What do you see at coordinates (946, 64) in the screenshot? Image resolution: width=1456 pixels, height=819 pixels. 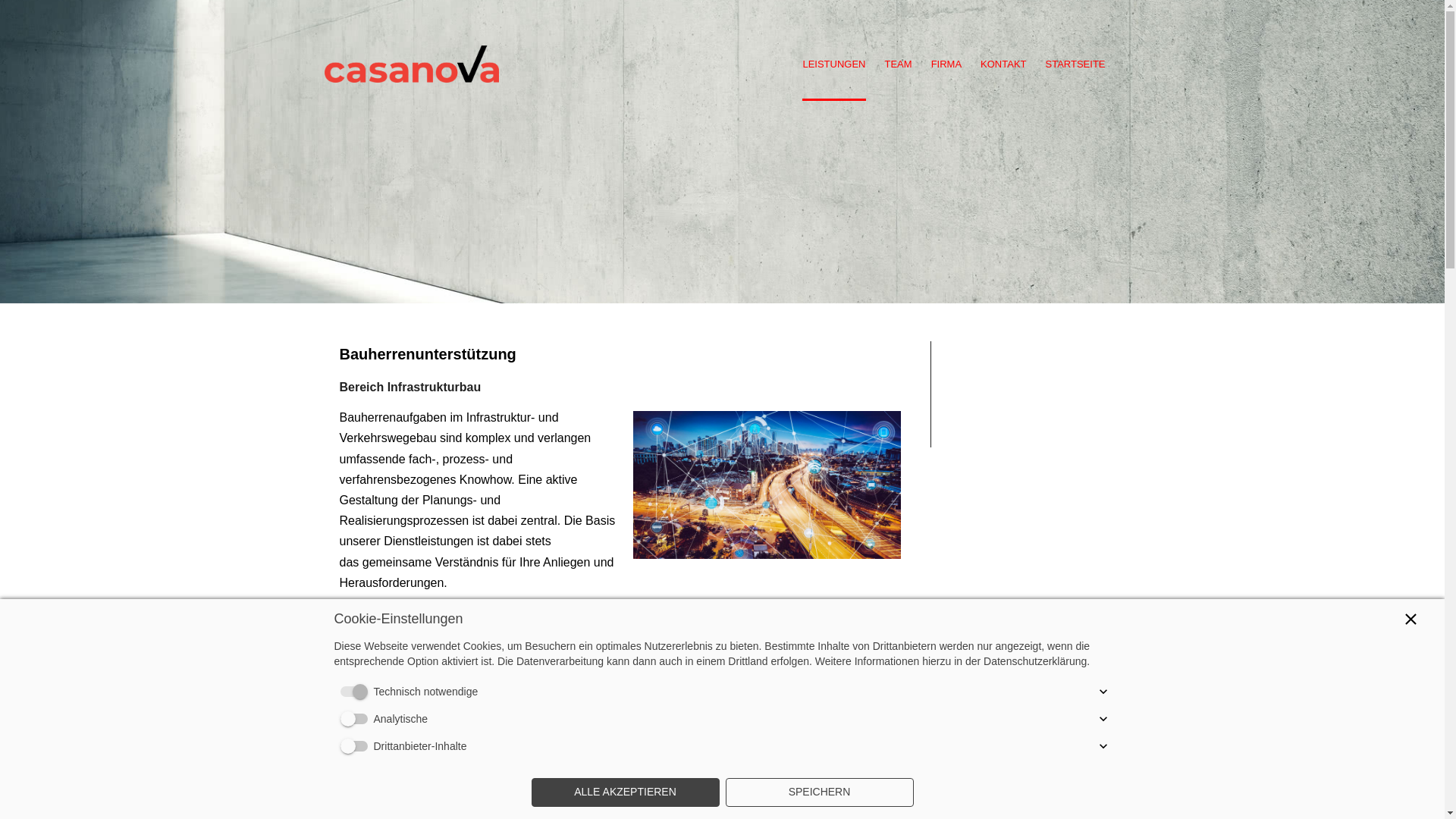 I see `'FIRMA'` at bounding box center [946, 64].